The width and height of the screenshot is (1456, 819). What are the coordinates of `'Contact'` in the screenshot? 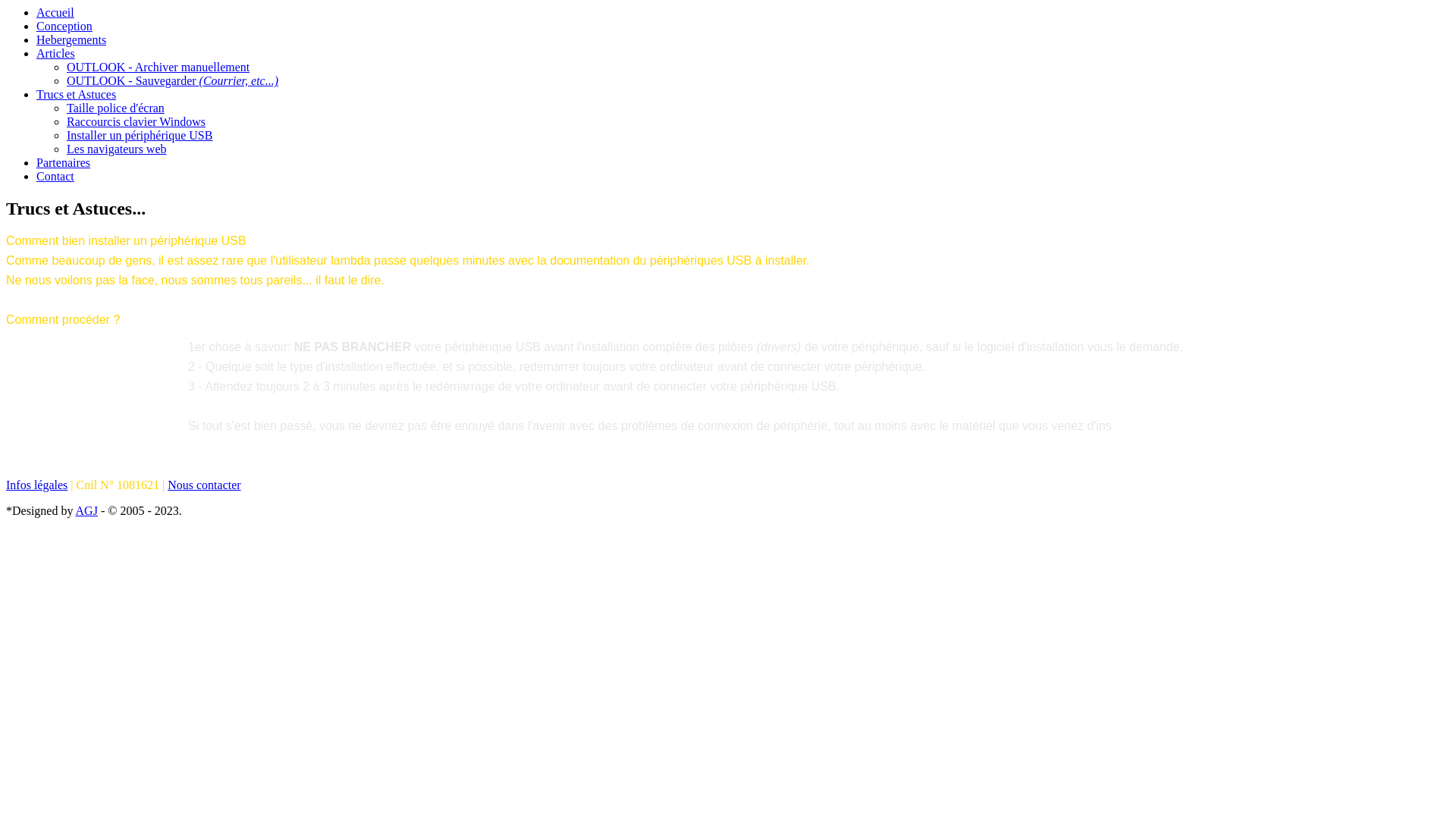 It's located at (55, 175).